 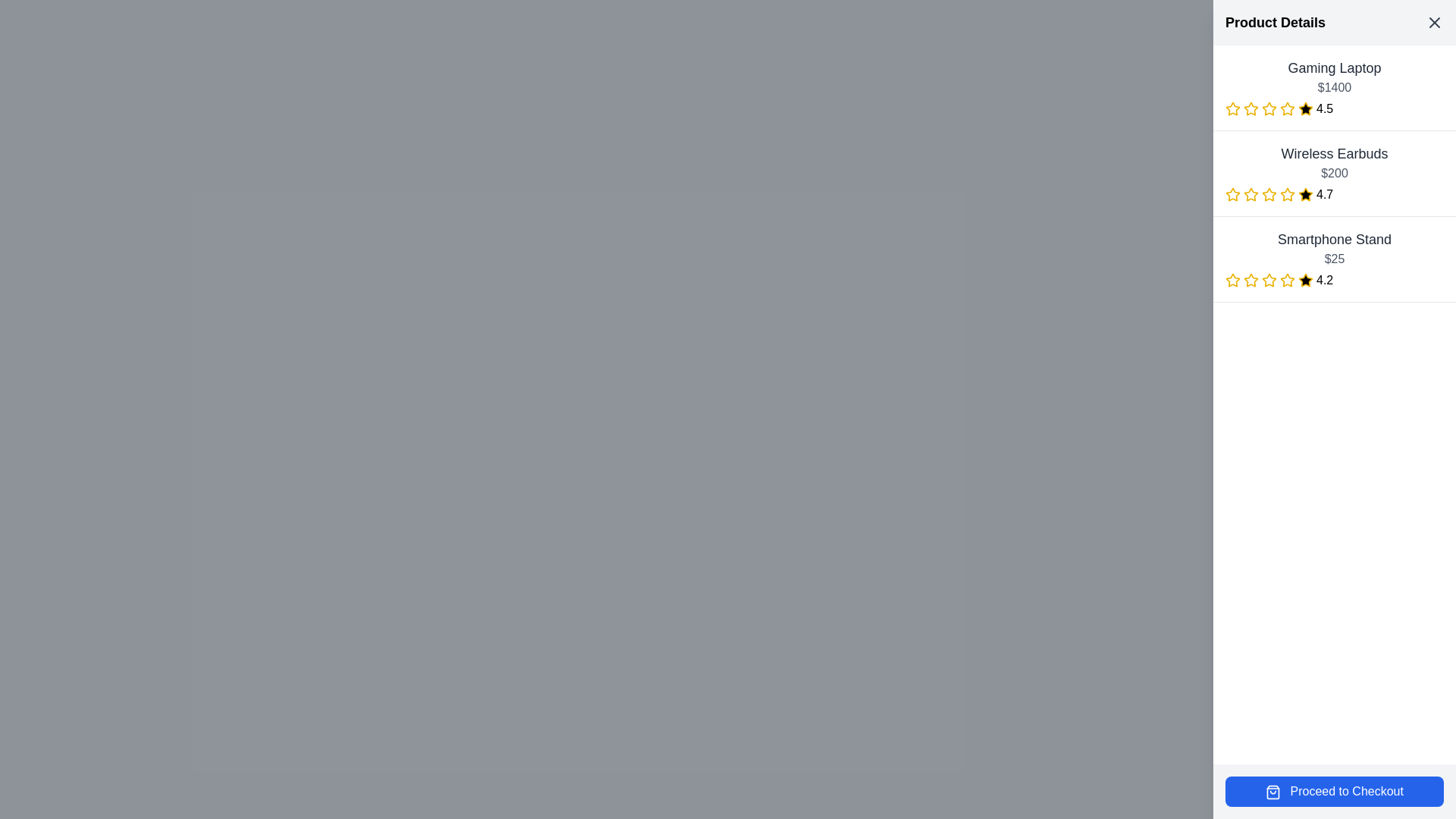 I want to click on the text display showing the rating value '4.2', which is located adjacent to the product 'Smartphone Stand' under its price, so click(x=1324, y=281).